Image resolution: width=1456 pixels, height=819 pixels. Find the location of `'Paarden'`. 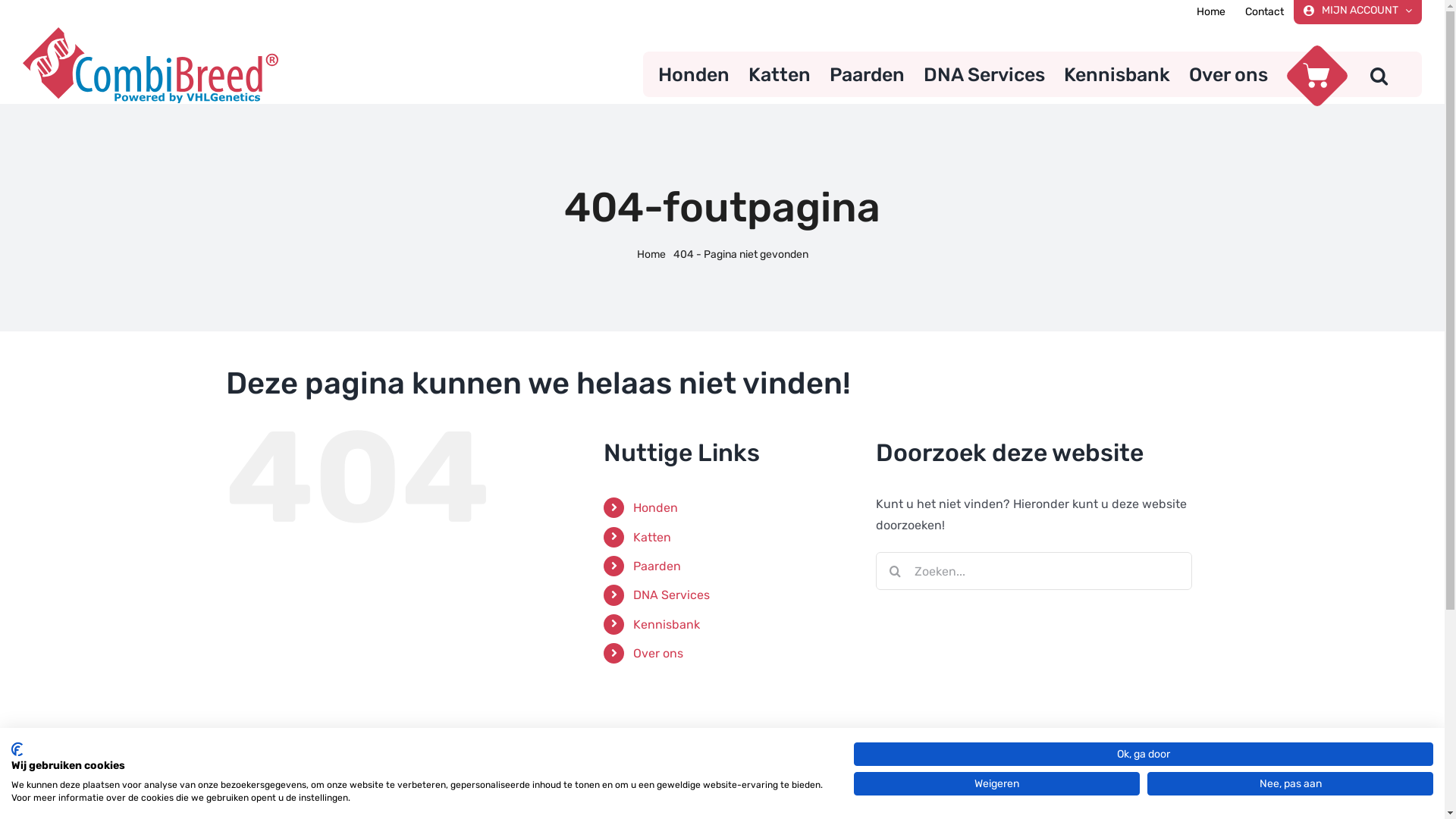

'Paarden' is located at coordinates (633, 566).